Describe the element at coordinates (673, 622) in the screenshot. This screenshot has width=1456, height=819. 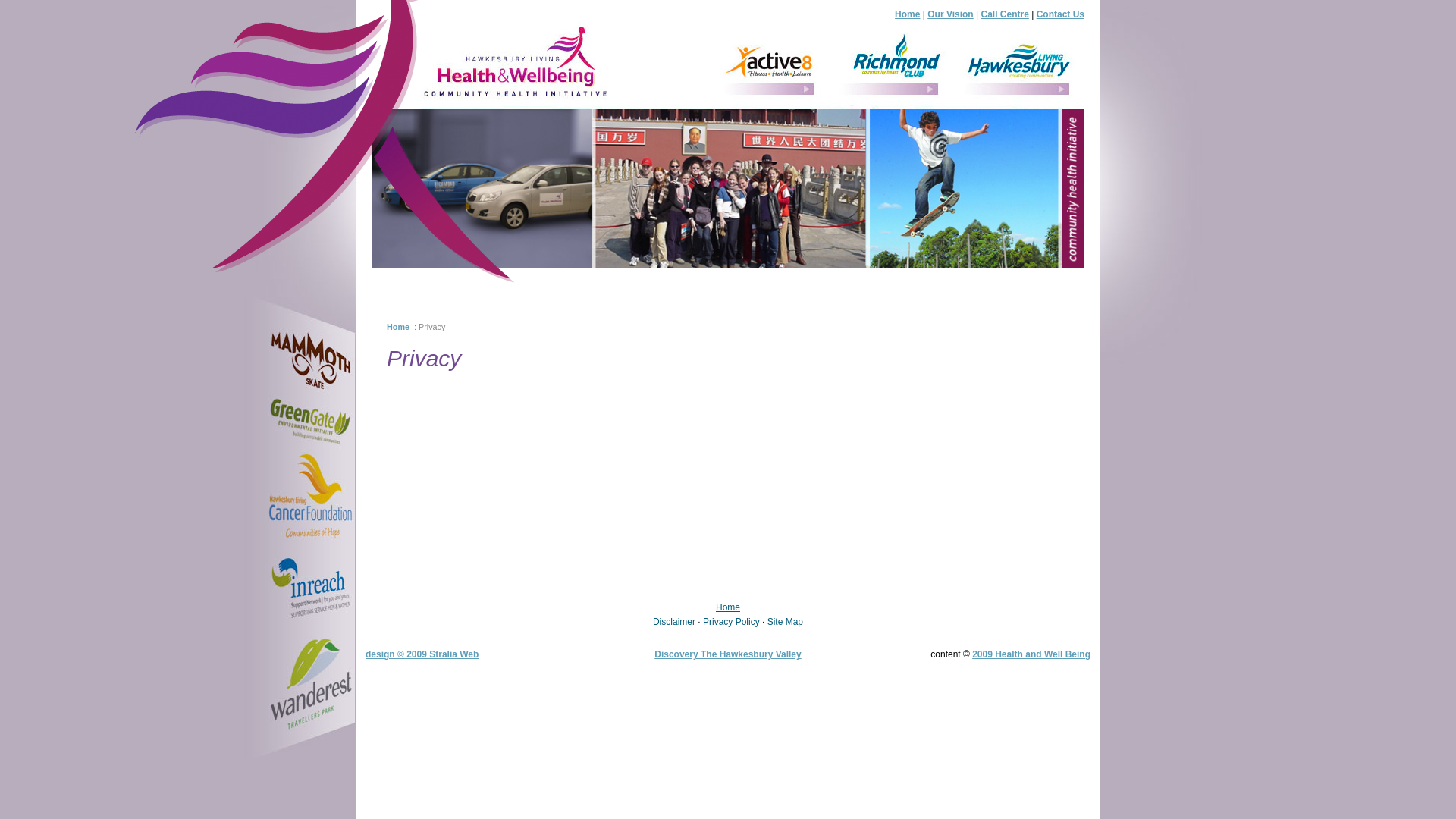
I see `'Disclaimer'` at that location.